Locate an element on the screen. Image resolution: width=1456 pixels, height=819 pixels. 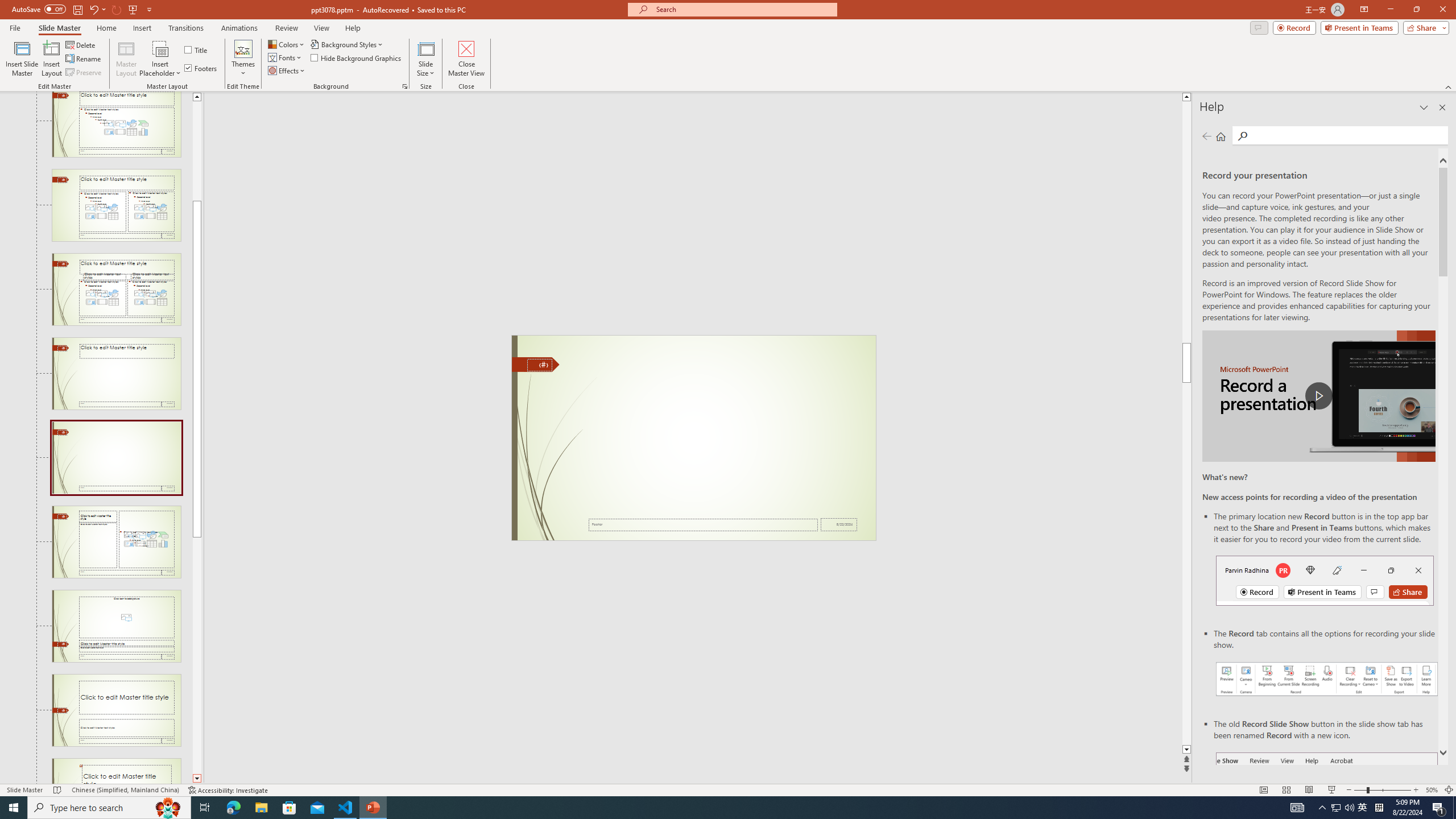
'Master Layout...' is located at coordinates (126, 59).